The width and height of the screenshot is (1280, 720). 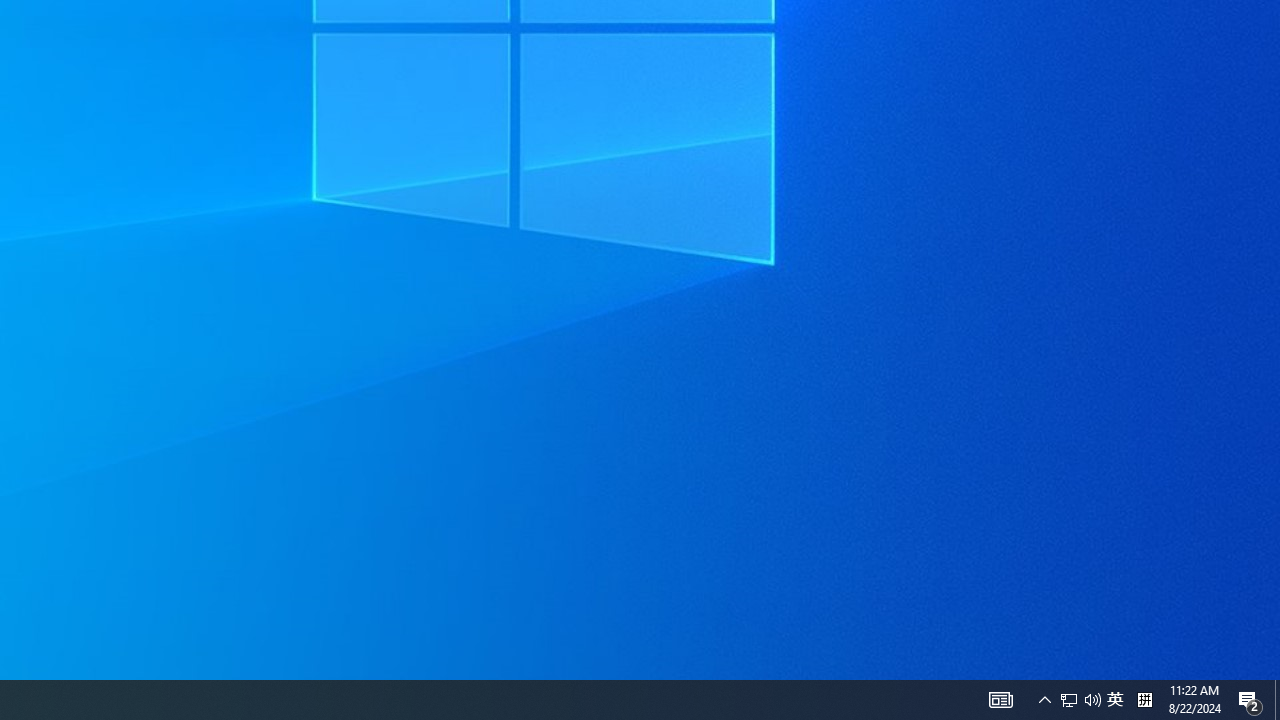 I want to click on 'Action Center, 2 new notifications', so click(x=1250, y=698).